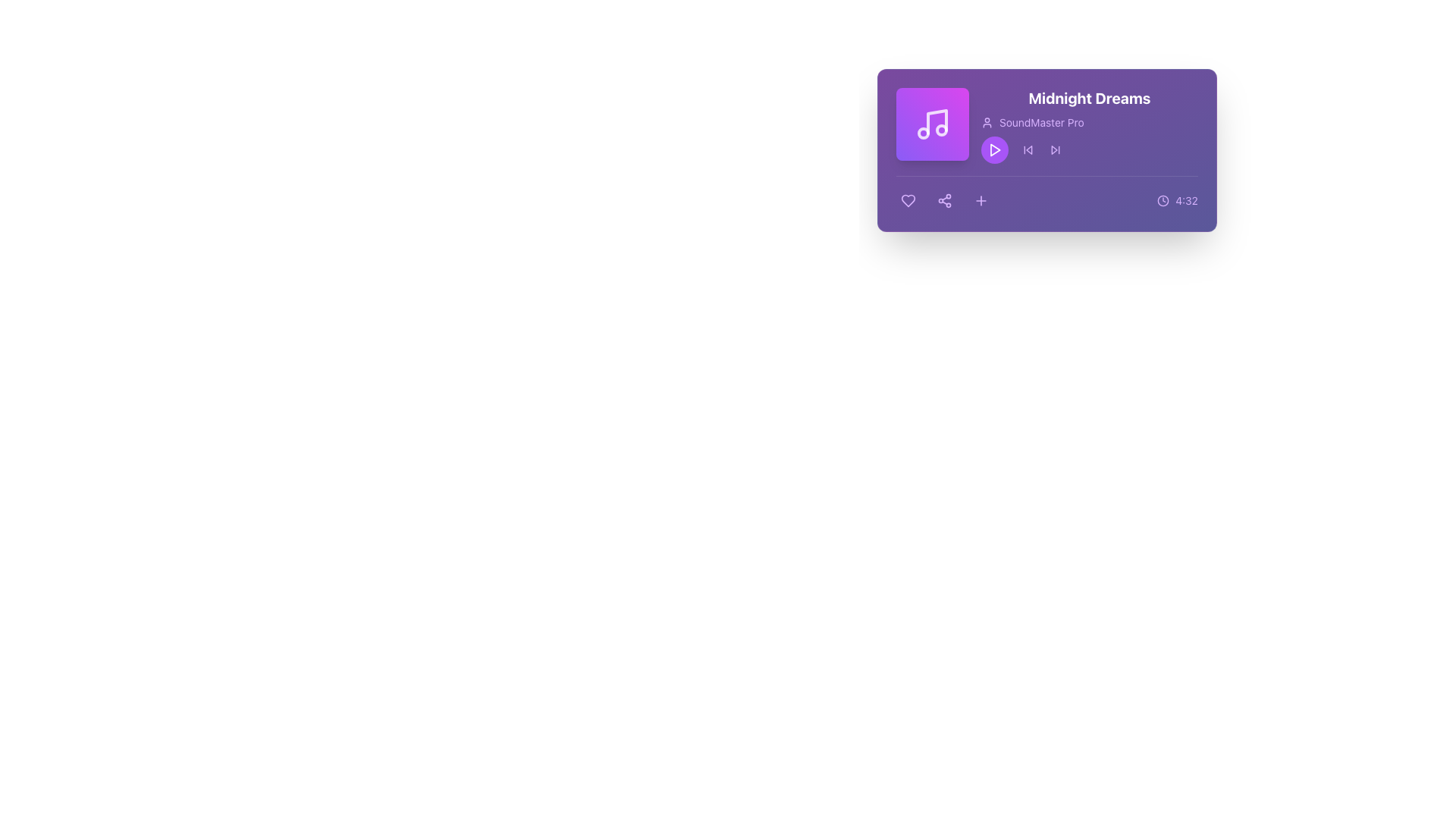 This screenshot has height=819, width=1456. I want to click on the heart icon located at the bottom-left section of the card, so click(908, 200).